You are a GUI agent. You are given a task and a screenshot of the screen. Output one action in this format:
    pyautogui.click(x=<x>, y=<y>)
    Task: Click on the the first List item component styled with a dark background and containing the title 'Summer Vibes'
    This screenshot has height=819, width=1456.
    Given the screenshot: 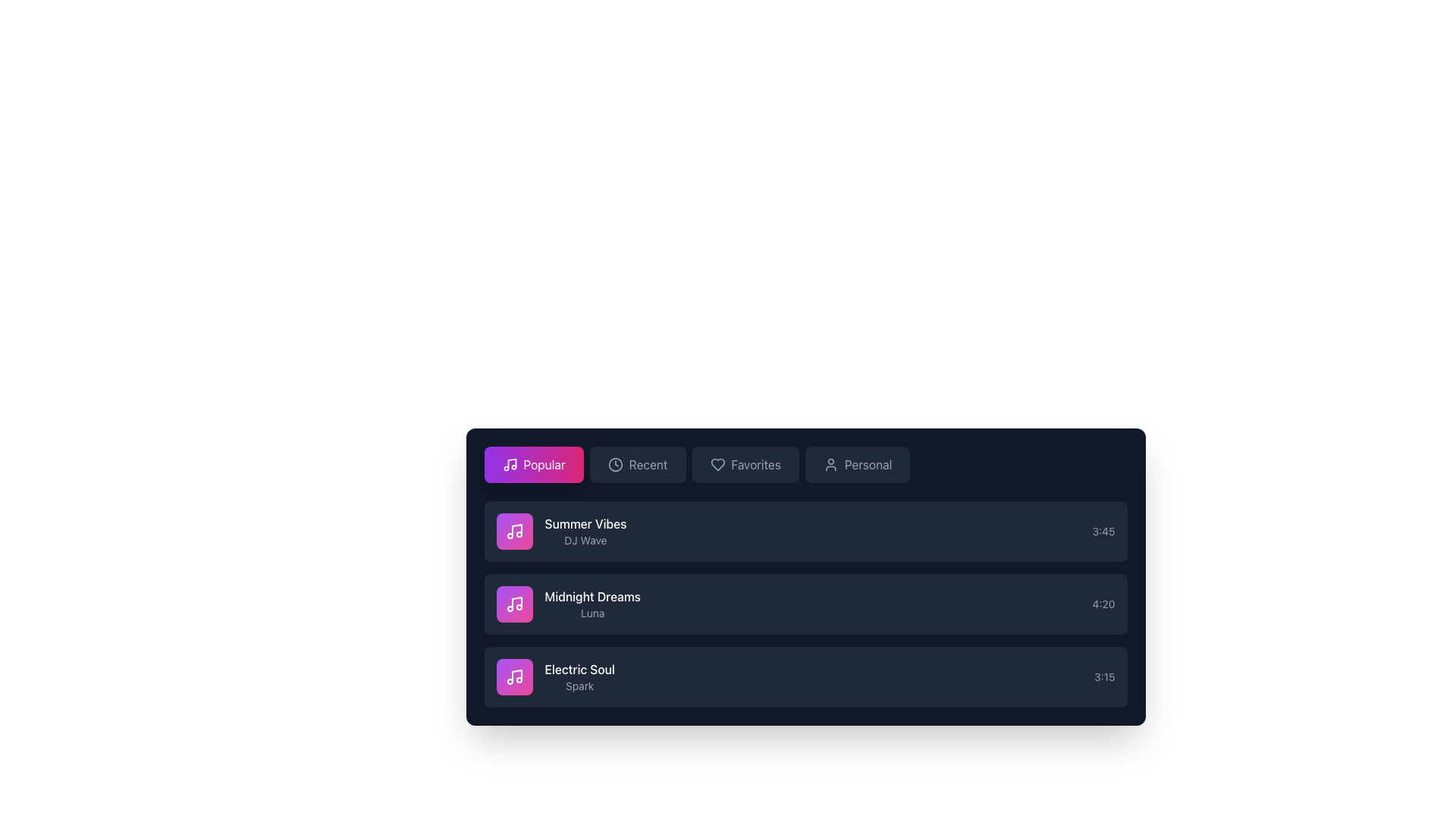 What is the action you would take?
    pyautogui.click(x=805, y=531)
    